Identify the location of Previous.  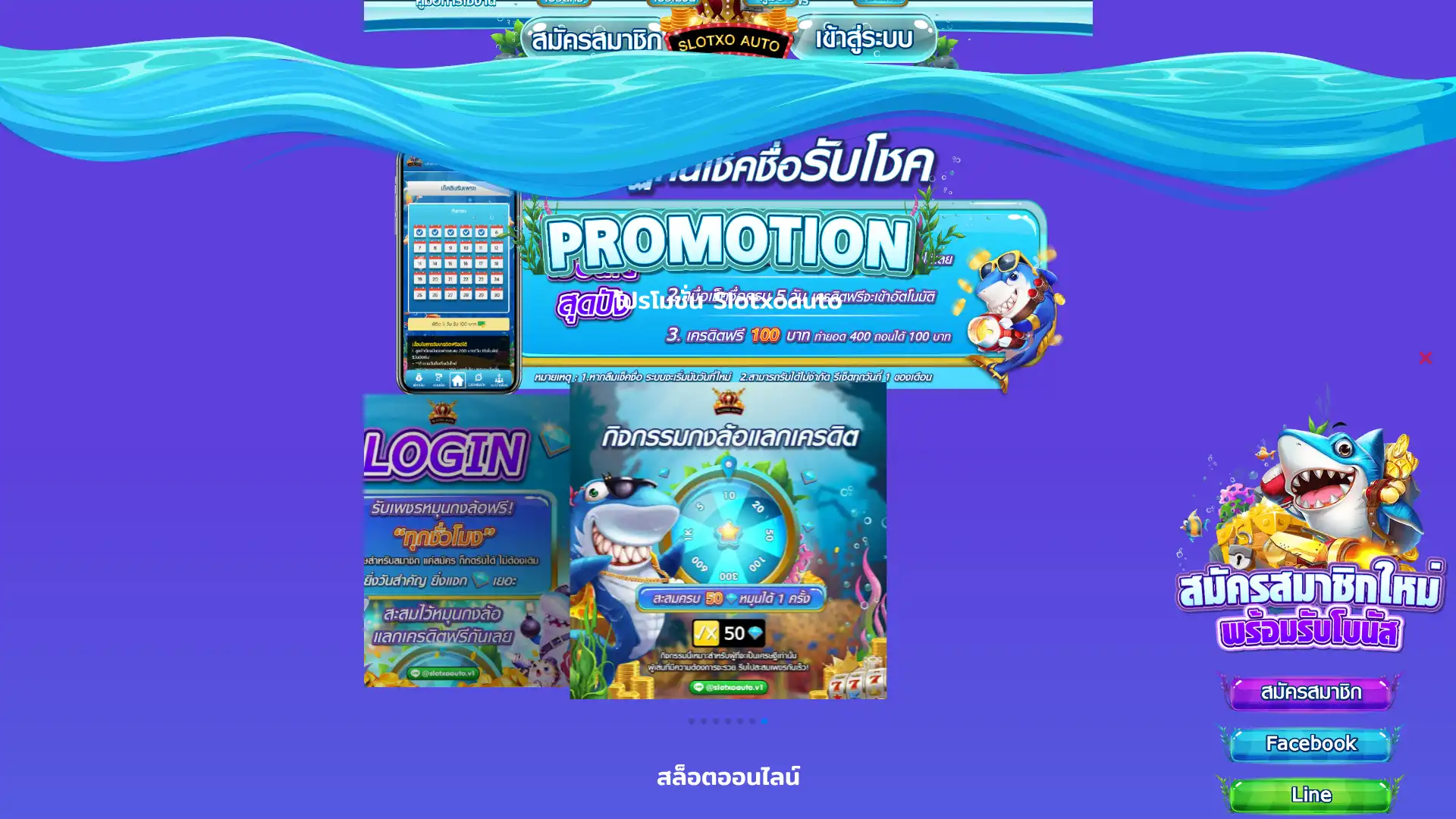
(418, 262).